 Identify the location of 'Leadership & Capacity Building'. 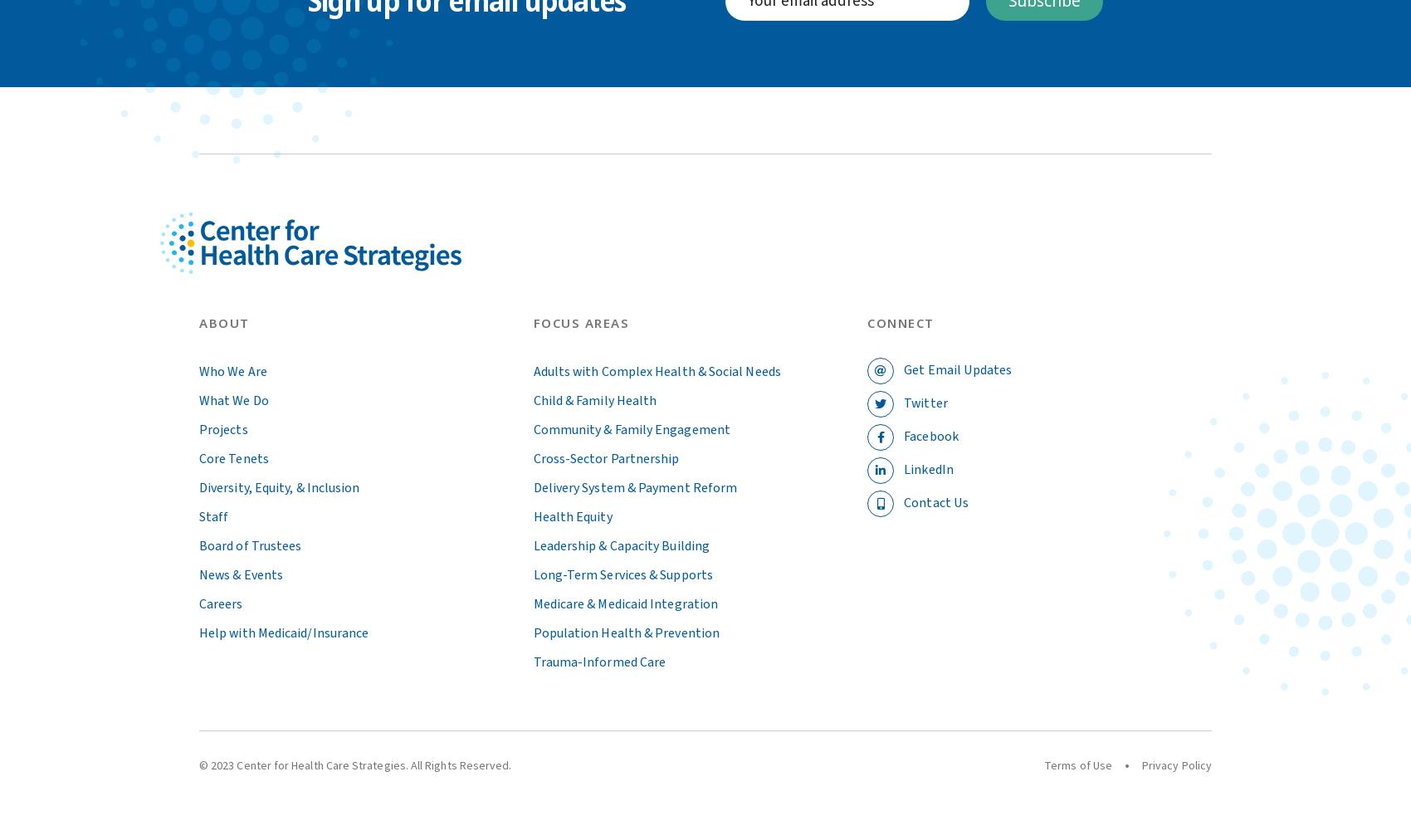
(620, 545).